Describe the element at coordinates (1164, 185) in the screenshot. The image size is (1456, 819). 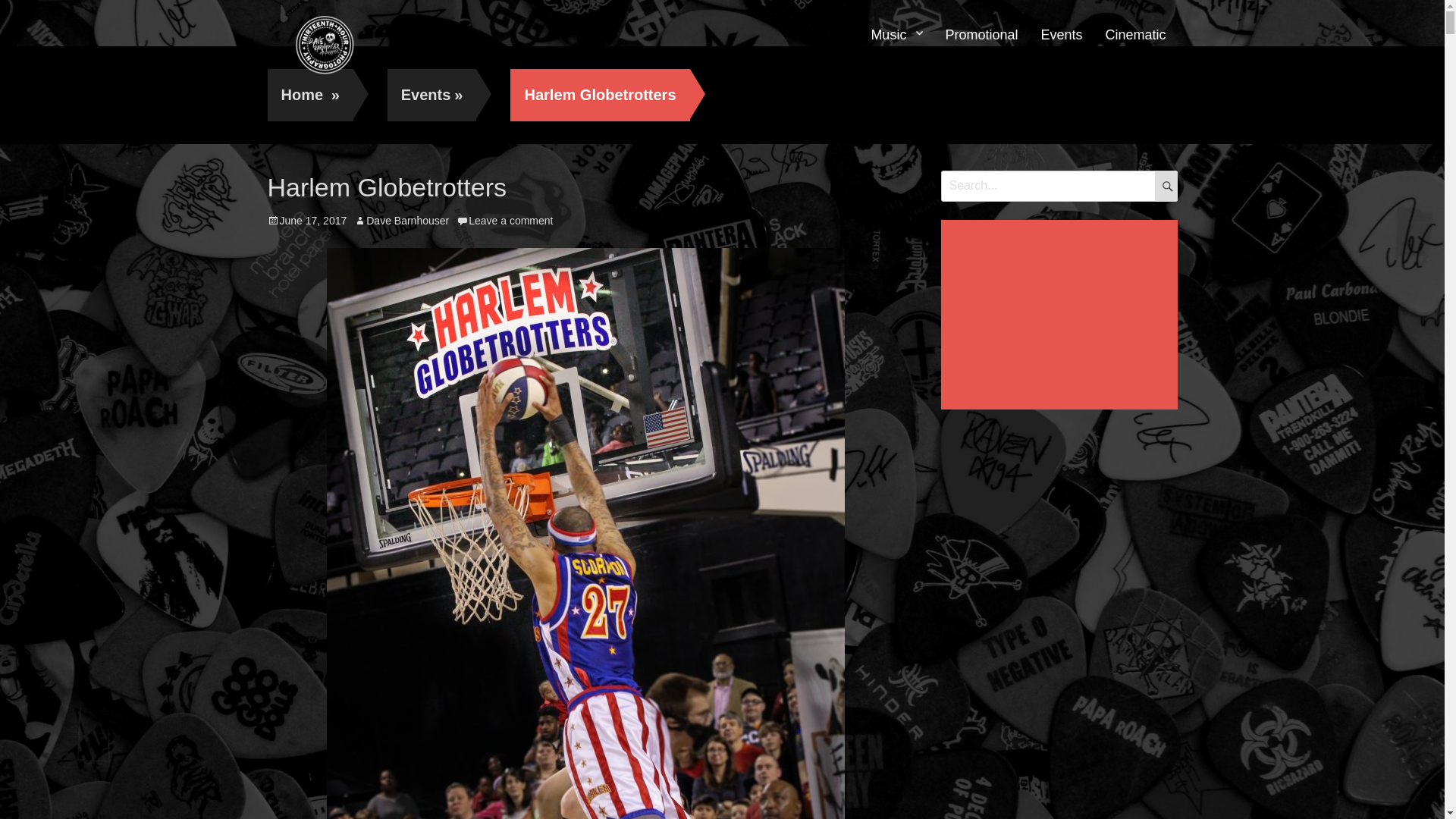
I see `'SEARCH'` at that location.